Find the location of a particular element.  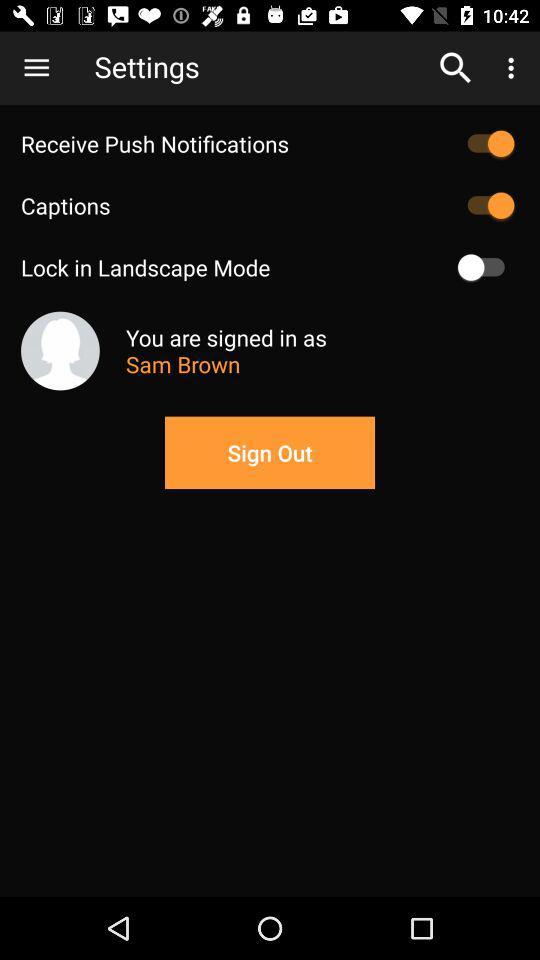

settings is located at coordinates (260, 67).